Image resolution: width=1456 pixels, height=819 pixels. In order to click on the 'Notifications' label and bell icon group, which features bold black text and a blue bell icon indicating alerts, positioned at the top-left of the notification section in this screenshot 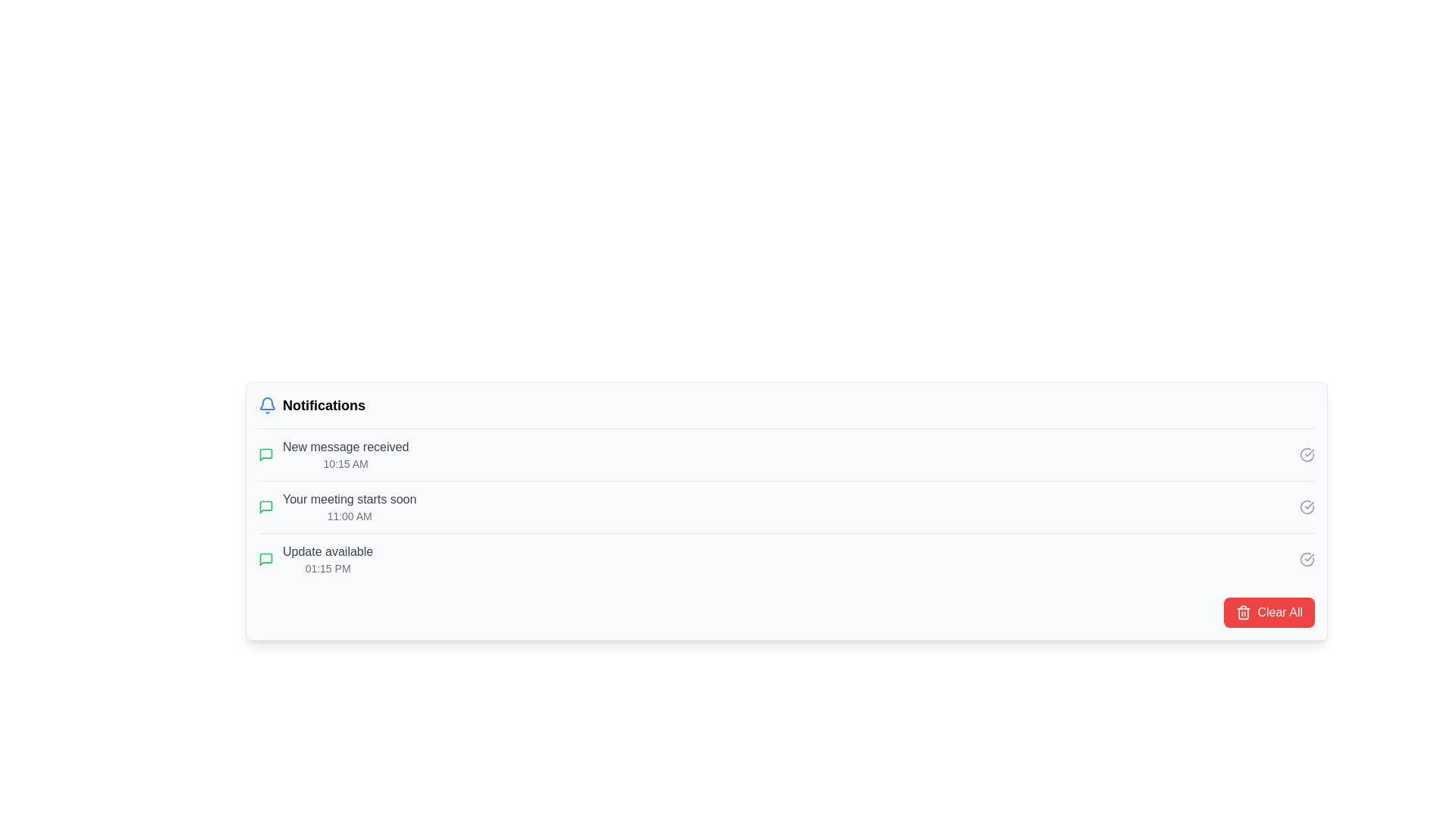, I will do `click(311, 405)`.